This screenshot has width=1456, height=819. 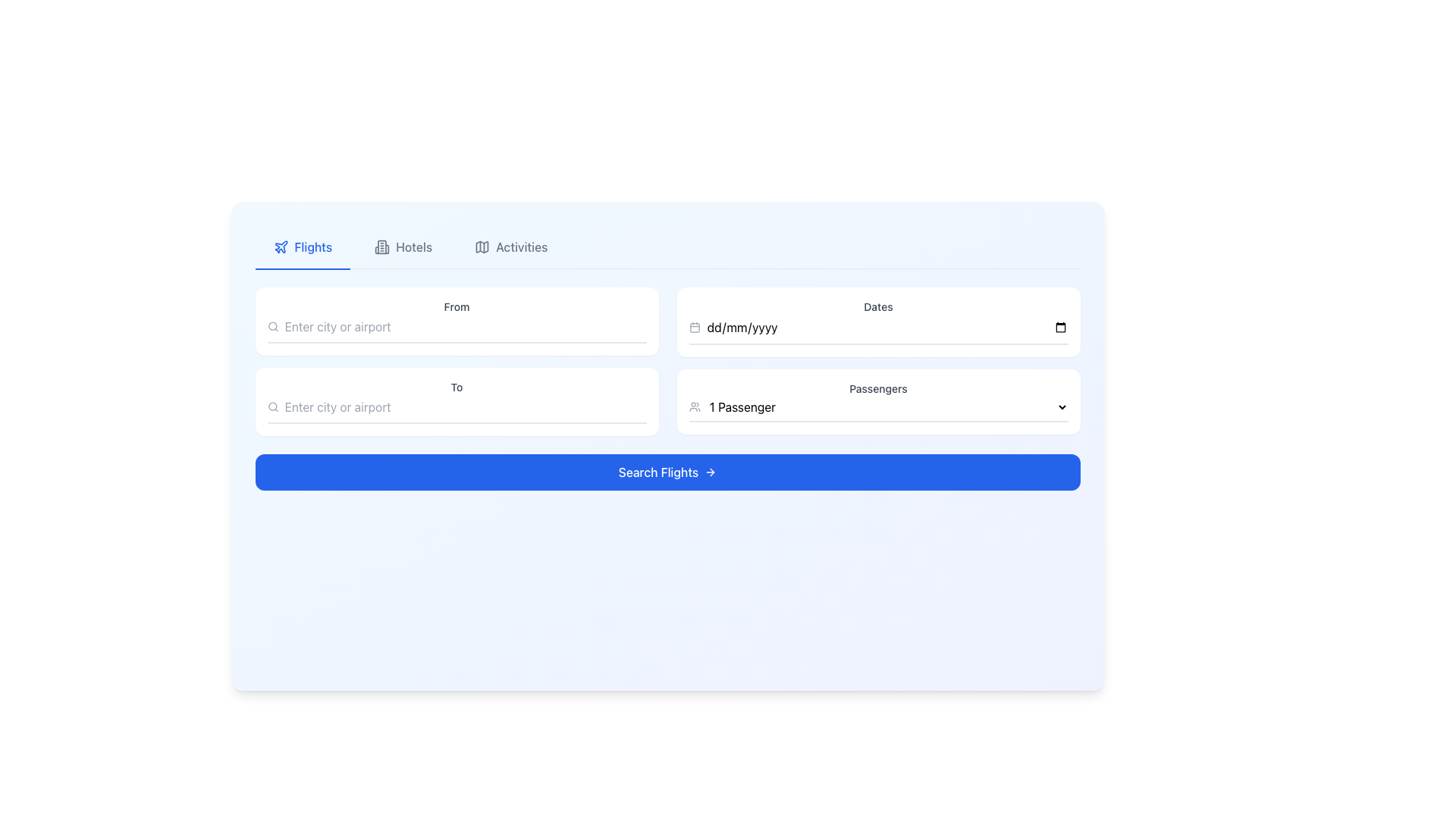 I want to click on the Tab navigation bar, so click(x=667, y=246).